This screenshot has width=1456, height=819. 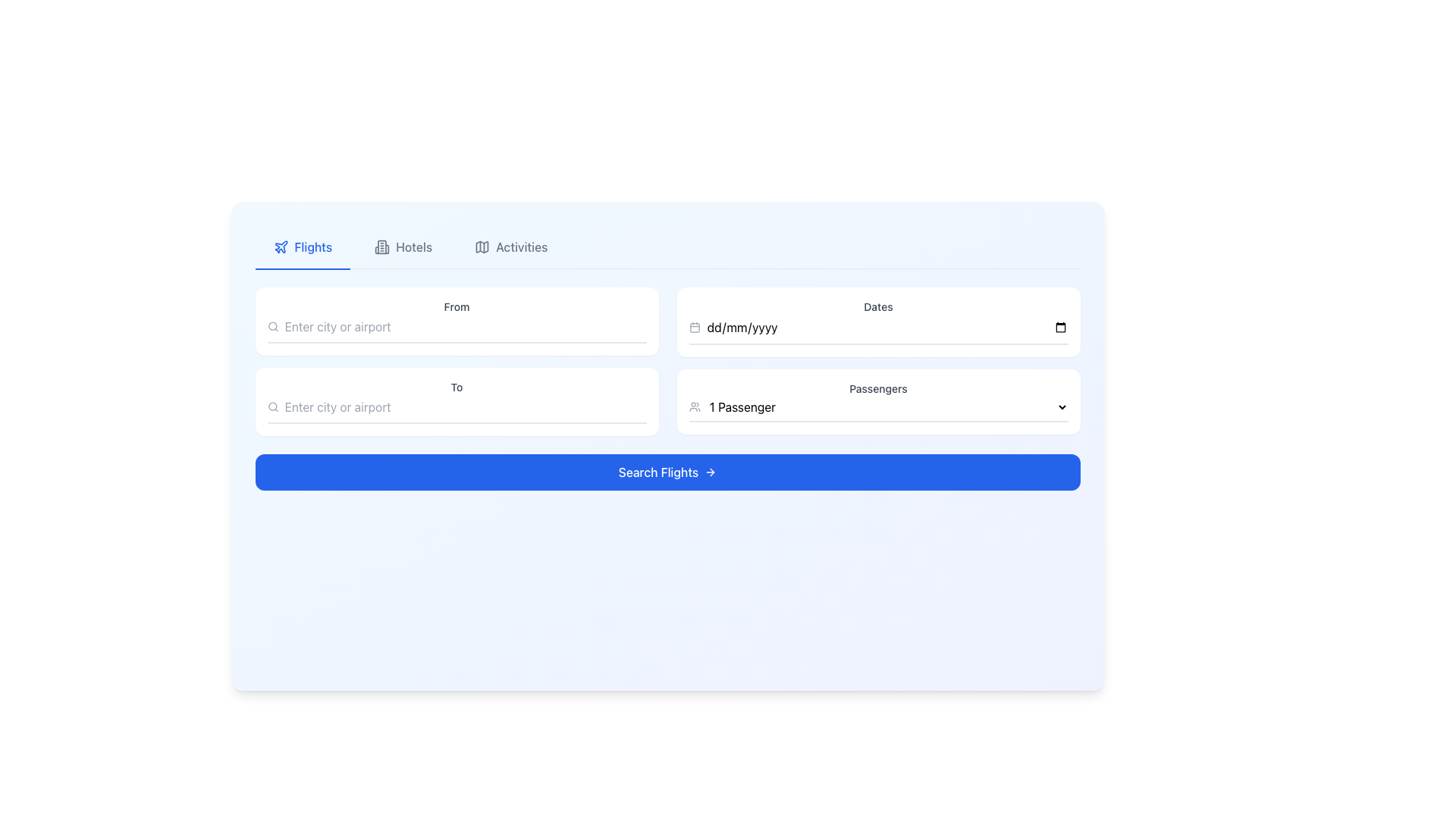 I want to click on the Tab navigation bar, so click(x=667, y=246).